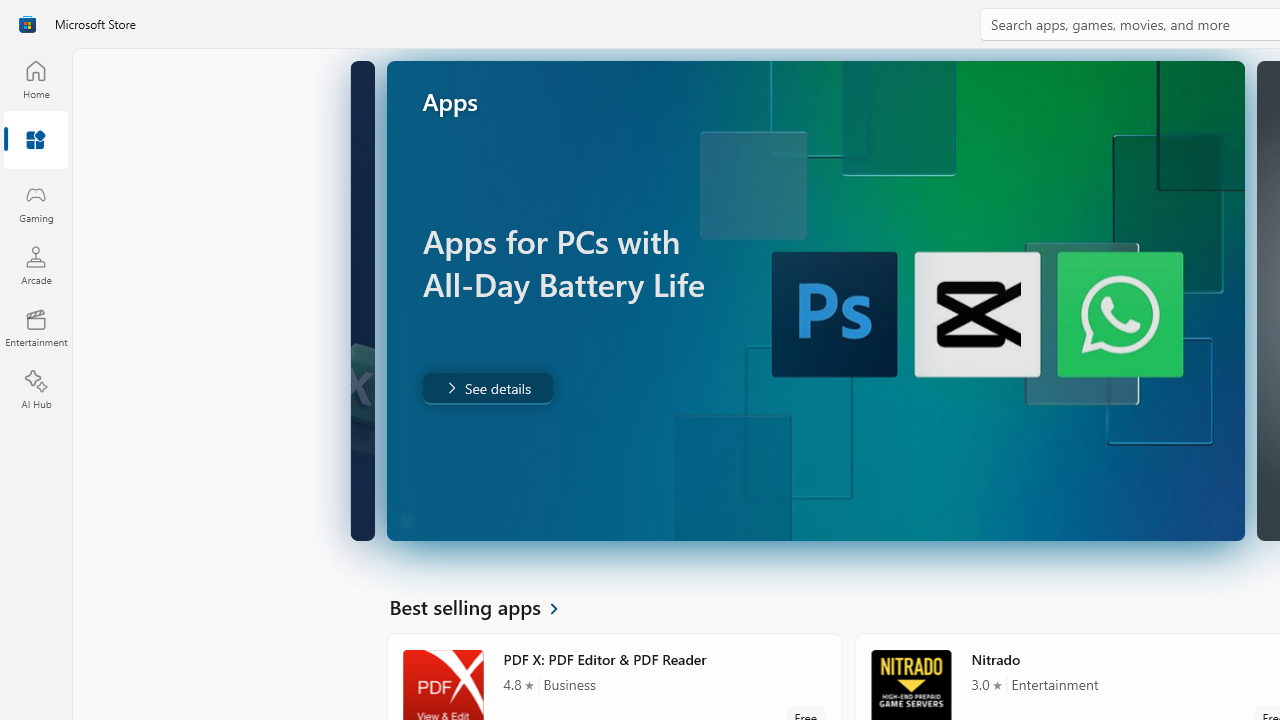 The height and width of the screenshot is (720, 1280). Describe the element at coordinates (815, 300) in the screenshot. I see `'AutomationID: Image'` at that location.